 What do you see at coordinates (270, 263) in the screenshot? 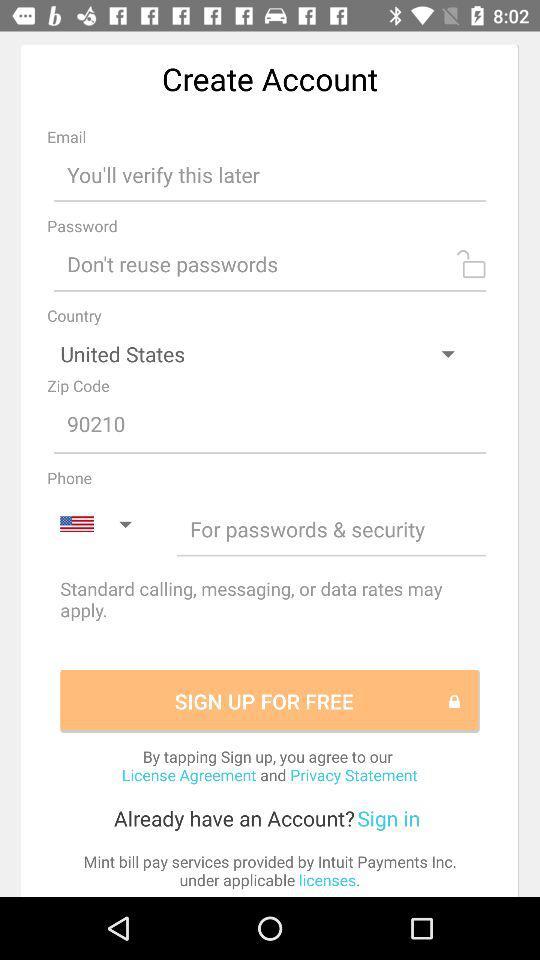
I see `creat password` at bounding box center [270, 263].